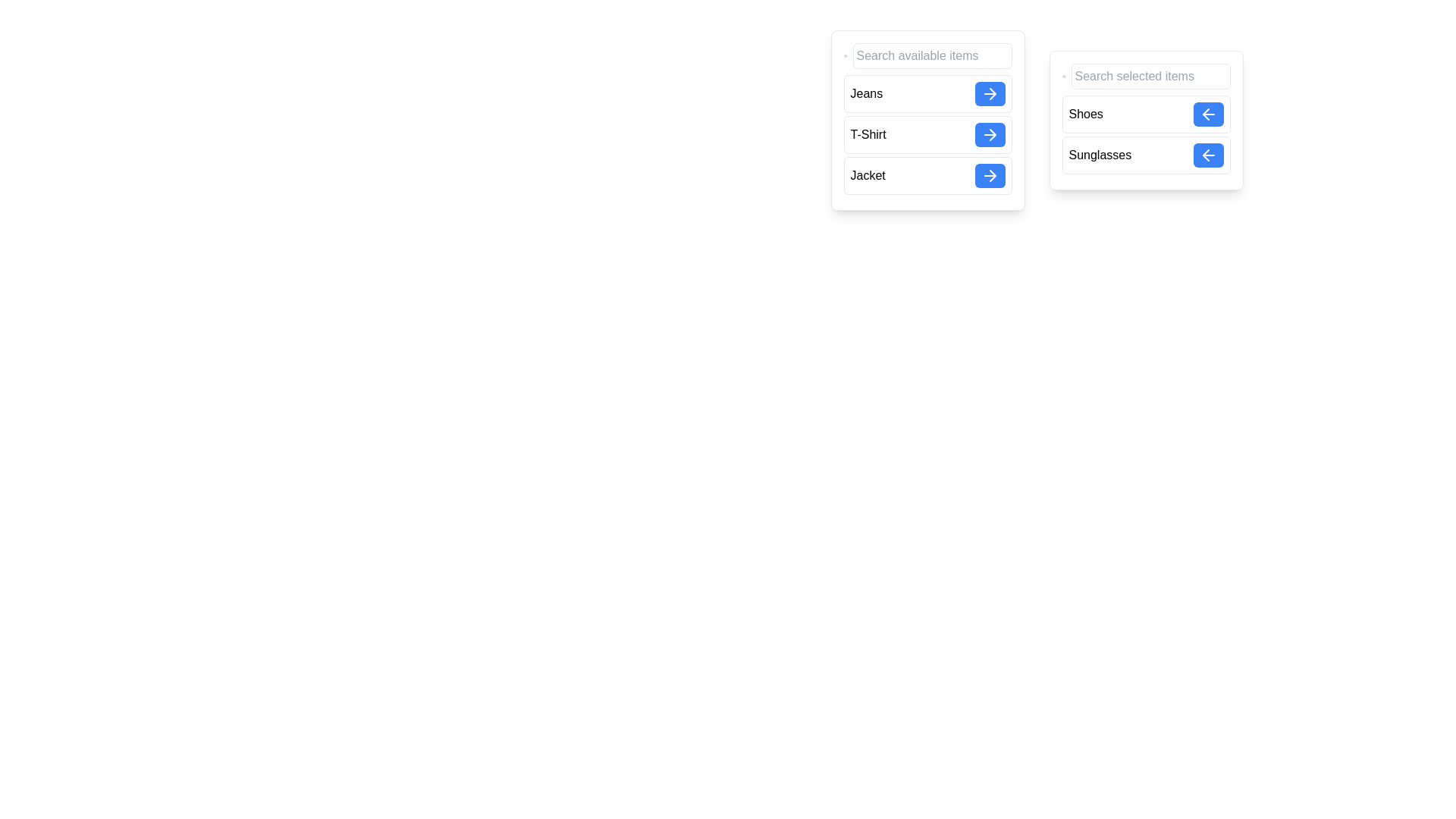  What do you see at coordinates (990, 174) in the screenshot?
I see `the right-pointing arrow icon button with a blue background located to the far right of the 'Jacket' item in the 'Search available items' section` at bounding box center [990, 174].